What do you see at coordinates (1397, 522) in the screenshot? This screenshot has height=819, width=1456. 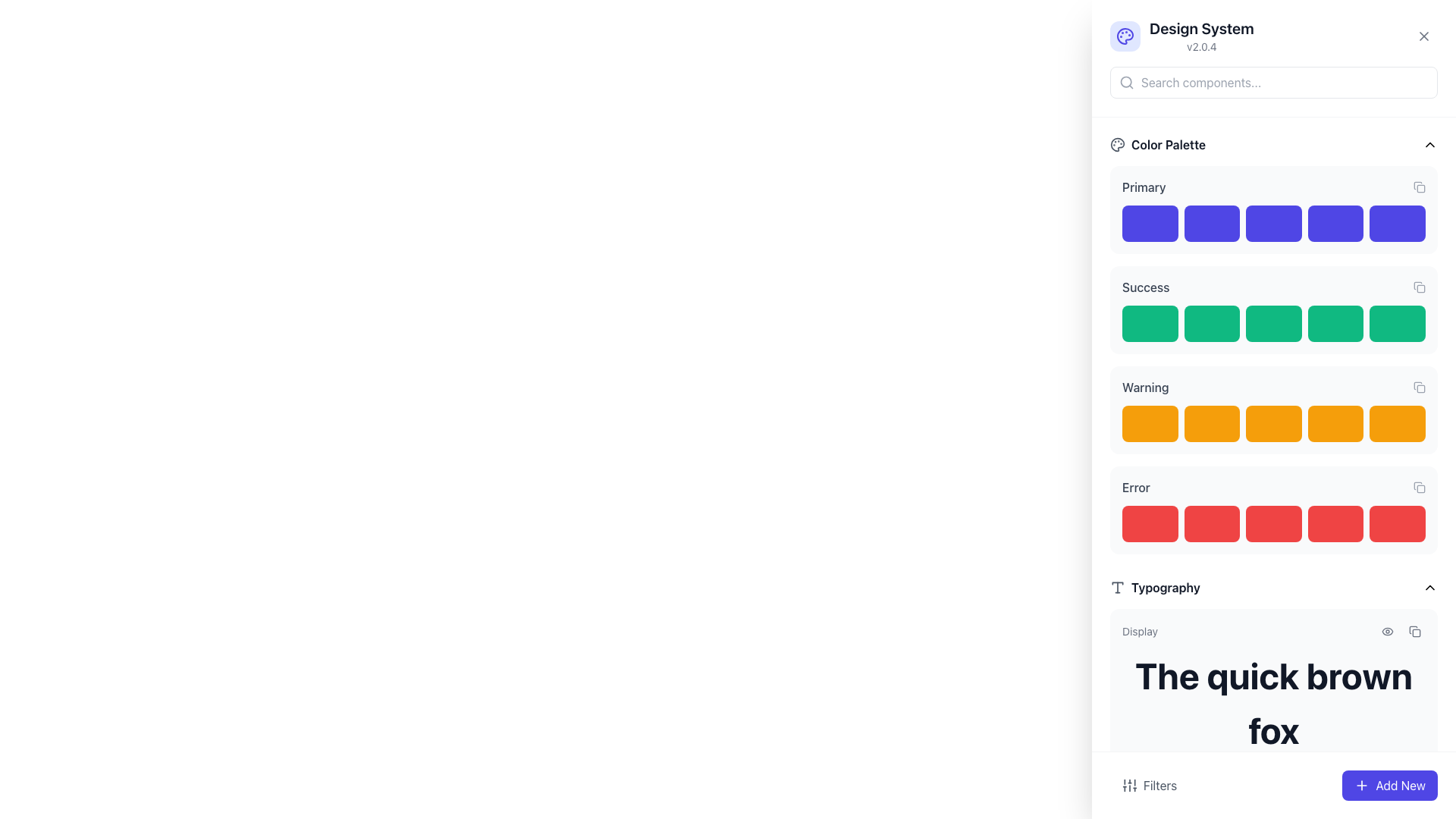 I see `strong red colored sample block with rounded corners located at the far right end of the 'Error' section in the UI` at bounding box center [1397, 522].